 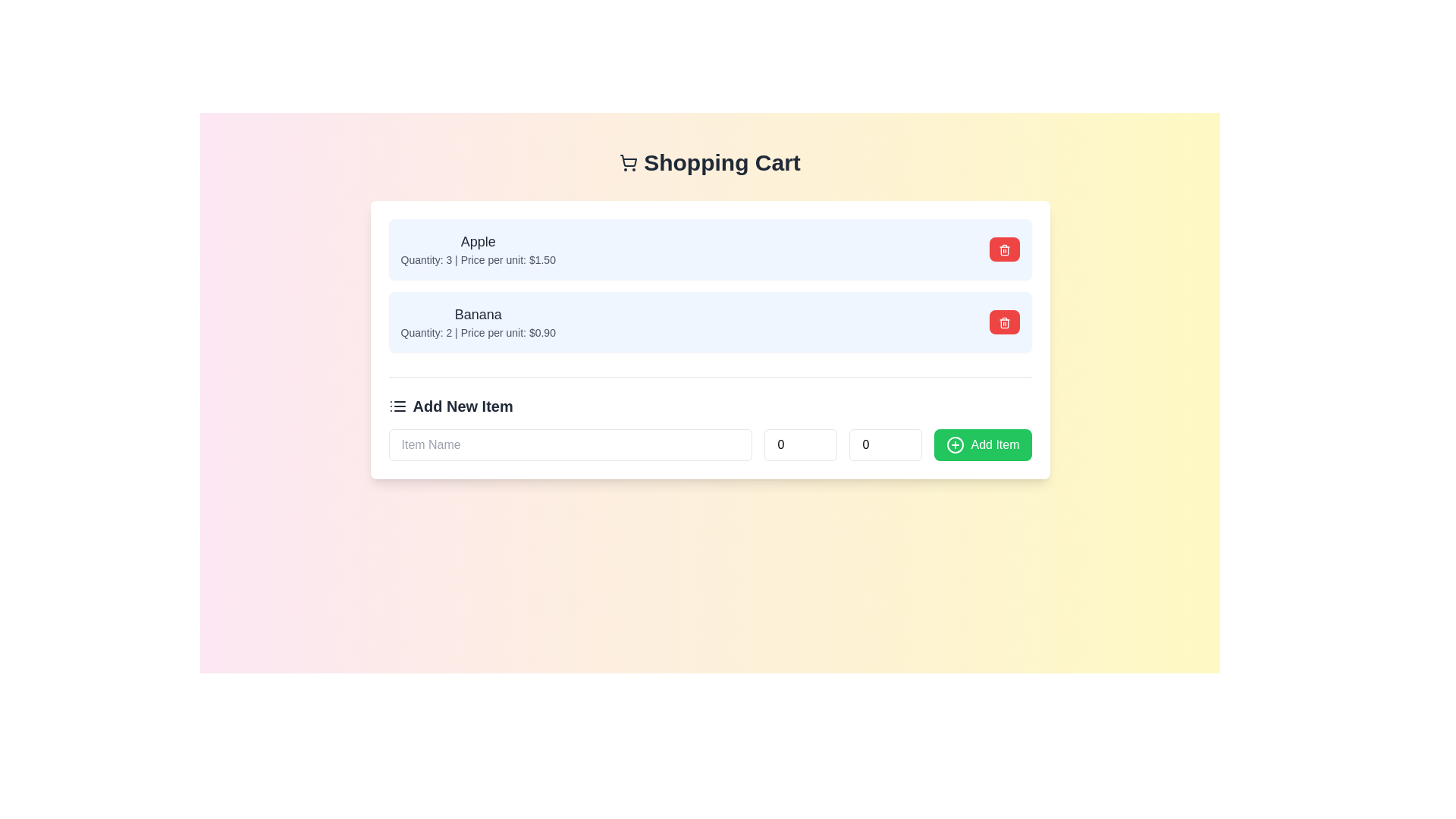 What do you see at coordinates (477, 332) in the screenshot?
I see `the informative text displaying the quantity and price of the item located below 'Banana' in the shopping cart interface` at bounding box center [477, 332].